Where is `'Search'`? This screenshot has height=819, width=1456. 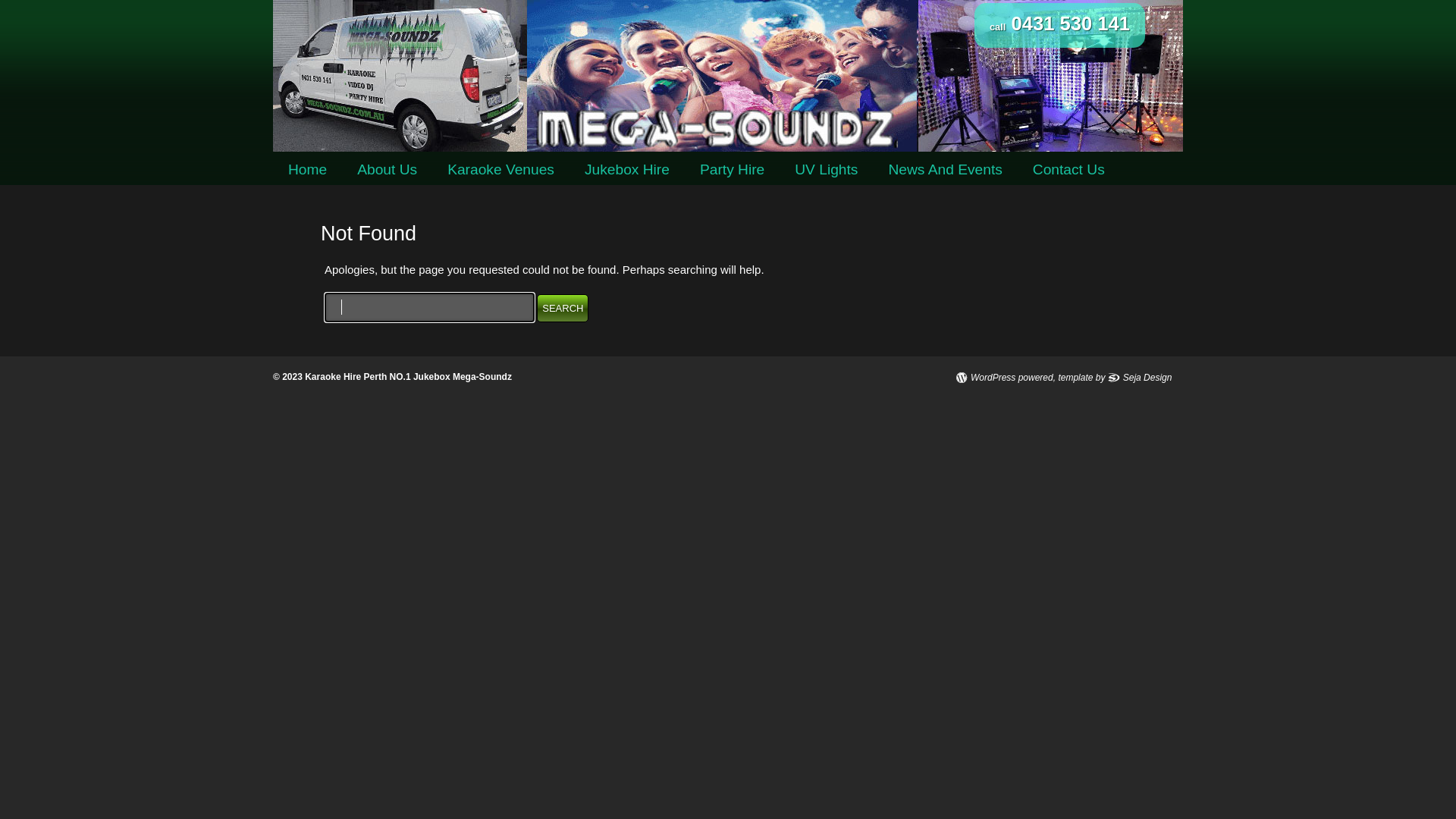 'Search' is located at coordinates (562, 307).